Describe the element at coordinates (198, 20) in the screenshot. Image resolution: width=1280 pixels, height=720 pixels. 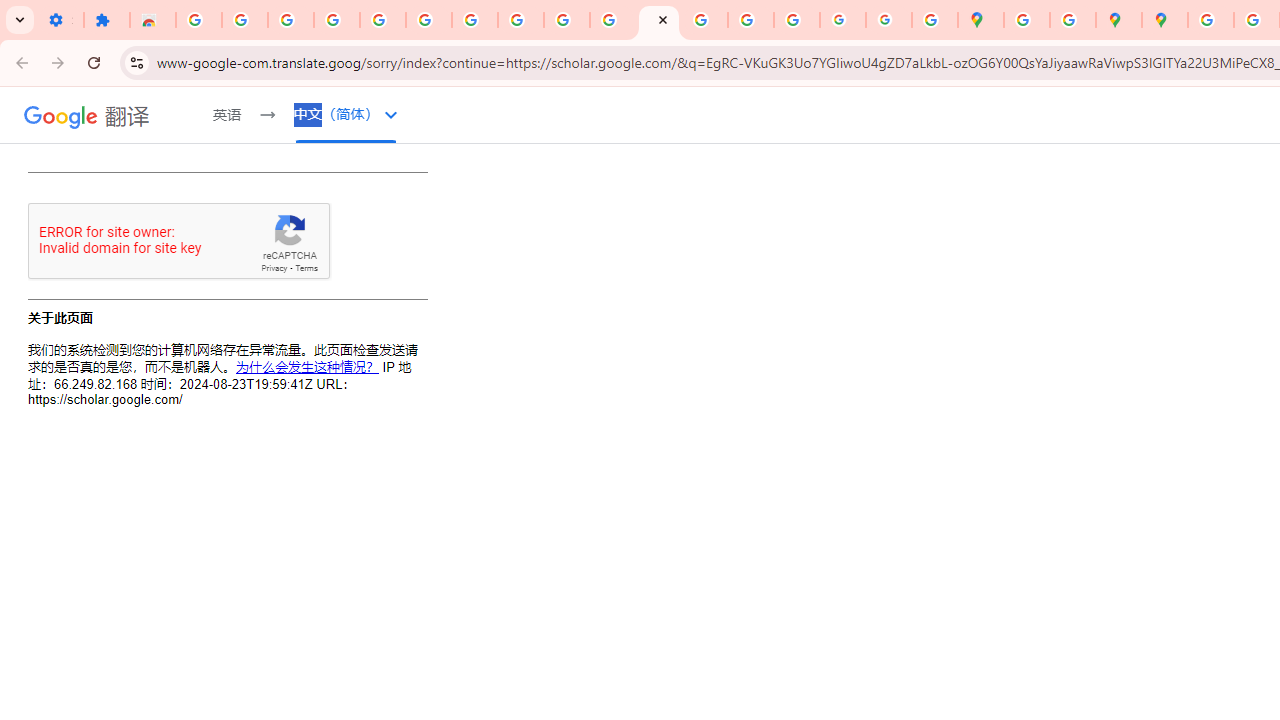
I see `'Sign in - Google Accounts'` at that location.